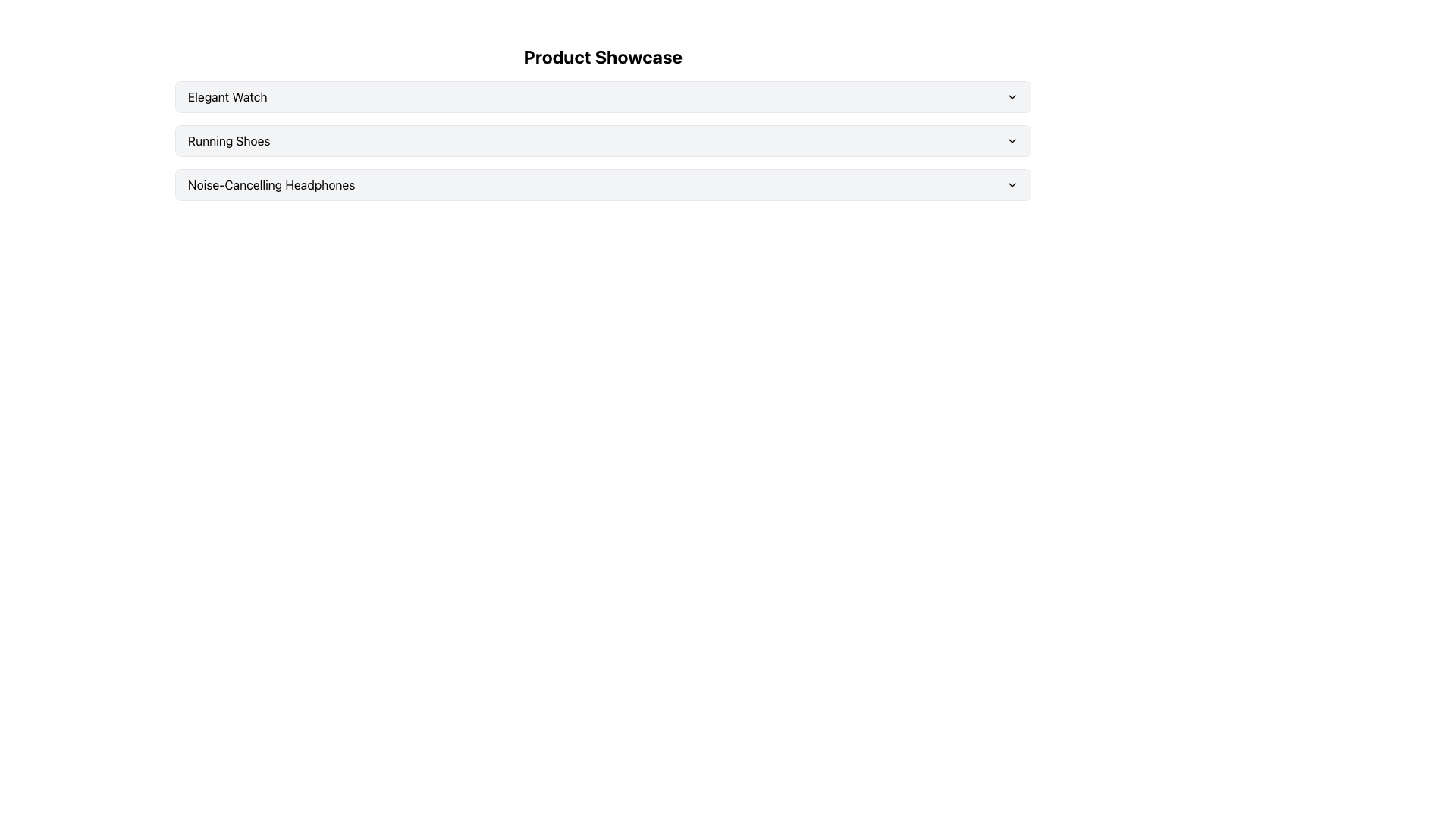 Image resolution: width=1456 pixels, height=819 pixels. I want to click on label of the selectable Text Label for 'Noise-Cancelling Headphones' located as the third item in a horizontal list of product options, so click(271, 184).